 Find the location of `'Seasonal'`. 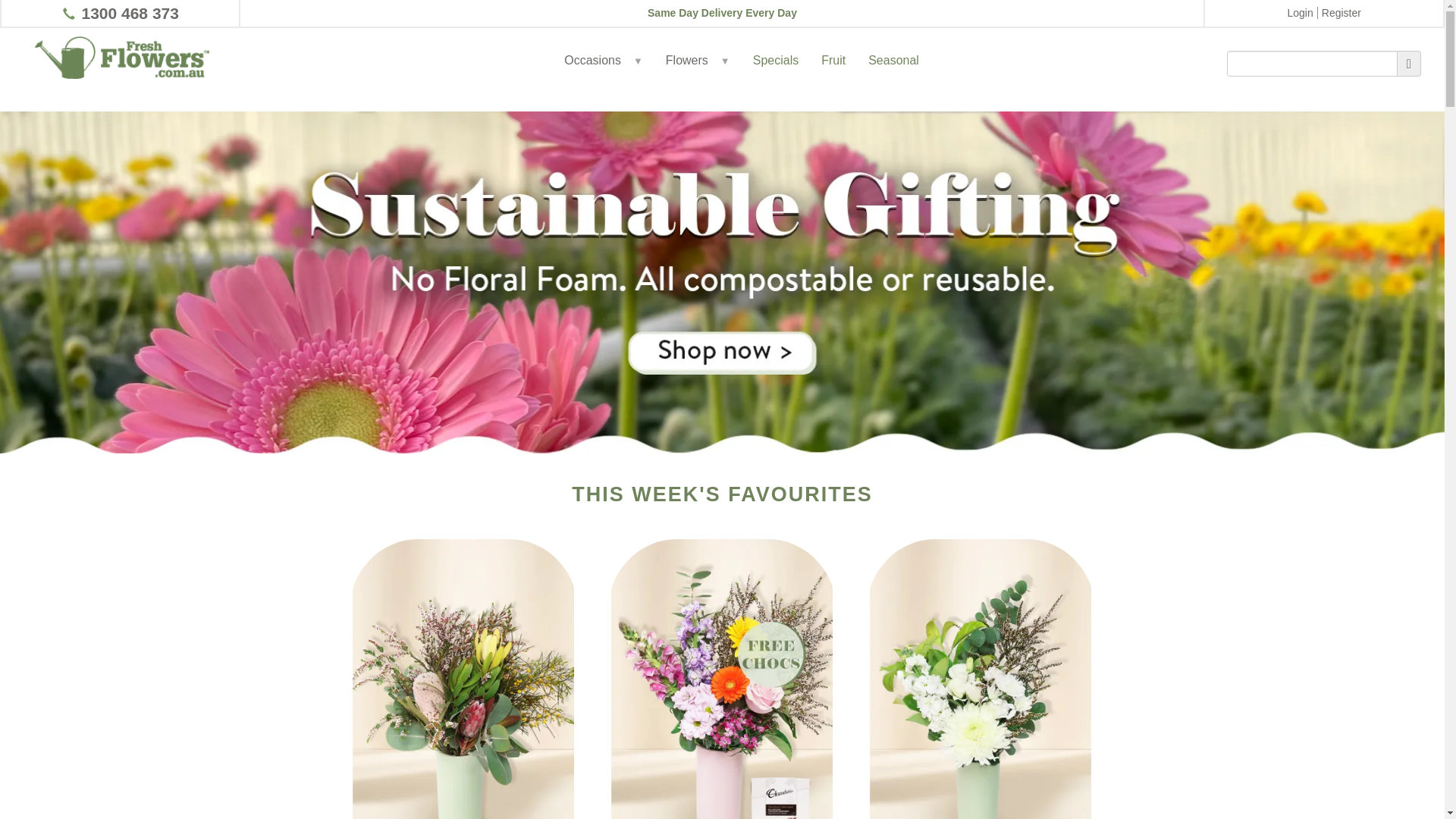

'Seasonal' is located at coordinates (893, 76).